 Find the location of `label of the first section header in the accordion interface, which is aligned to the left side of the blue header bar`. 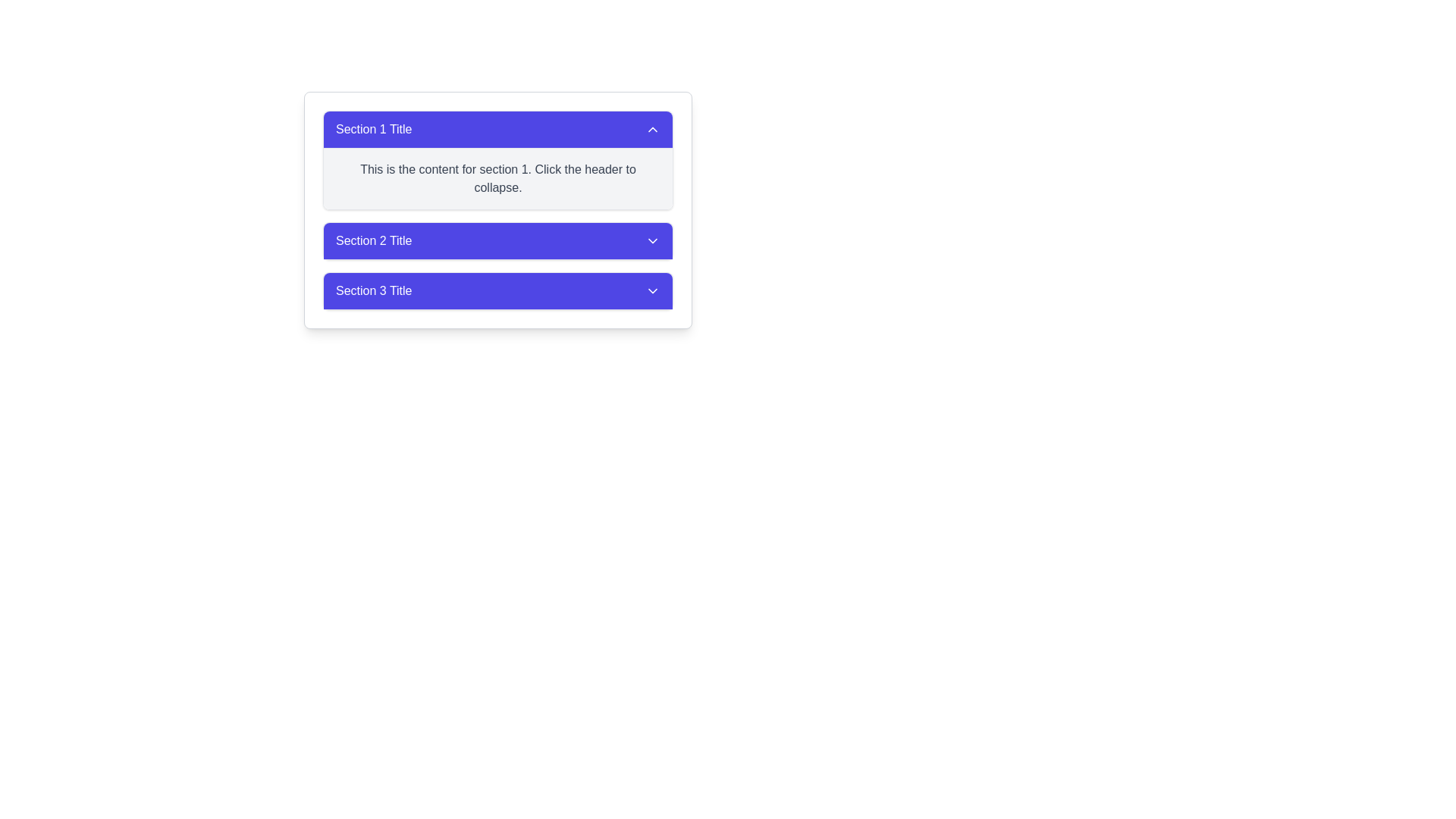

label of the first section header in the accordion interface, which is aligned to the left side of the blue header bar is located at coordinates (374, 128).